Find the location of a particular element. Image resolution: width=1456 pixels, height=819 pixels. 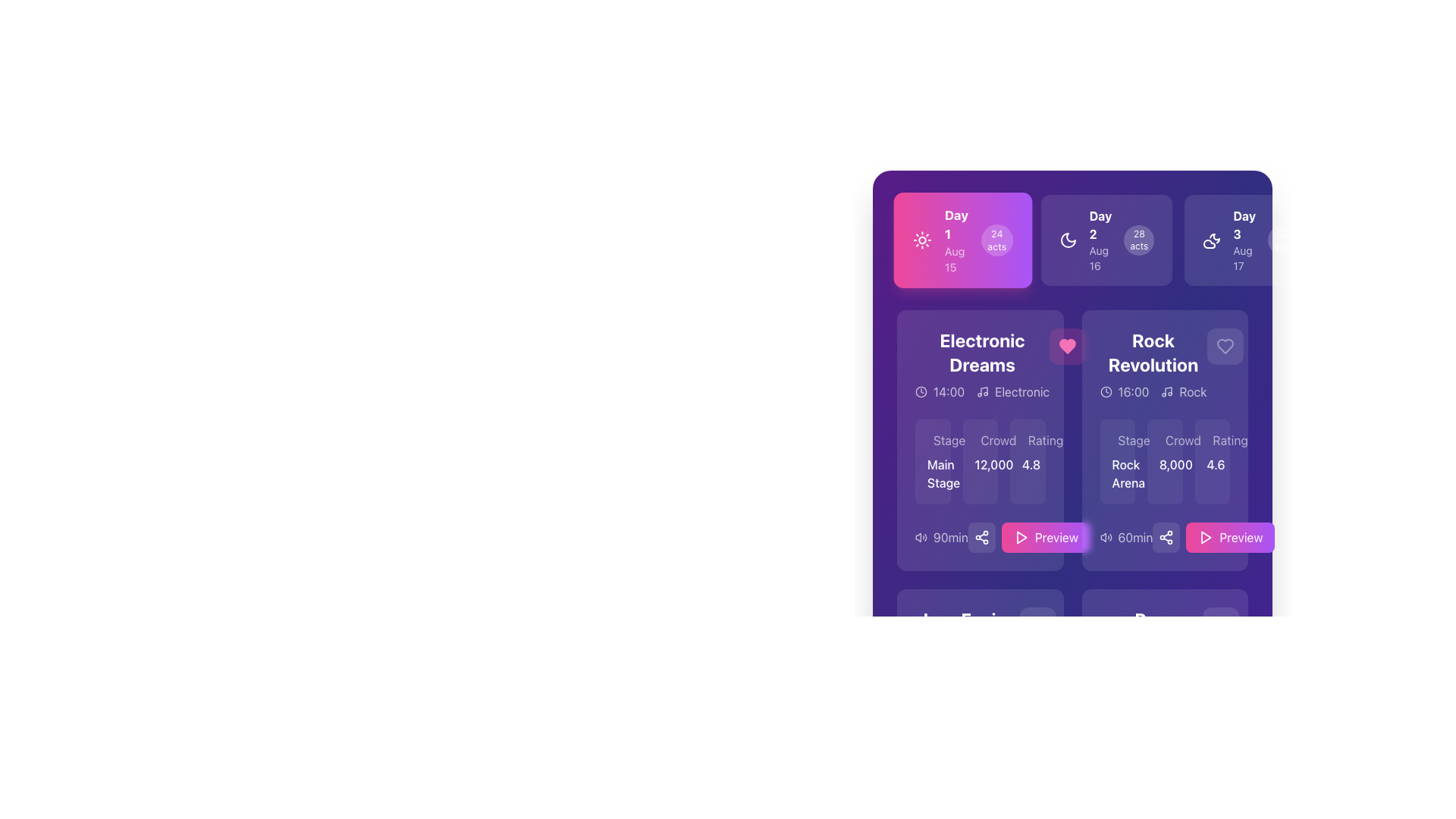

the label displaying the text 'Rock' with a music note icon, located to the right of the timestamp '16:00' in the 'Rock Revolution' section is located at coordinates (1183, 391).